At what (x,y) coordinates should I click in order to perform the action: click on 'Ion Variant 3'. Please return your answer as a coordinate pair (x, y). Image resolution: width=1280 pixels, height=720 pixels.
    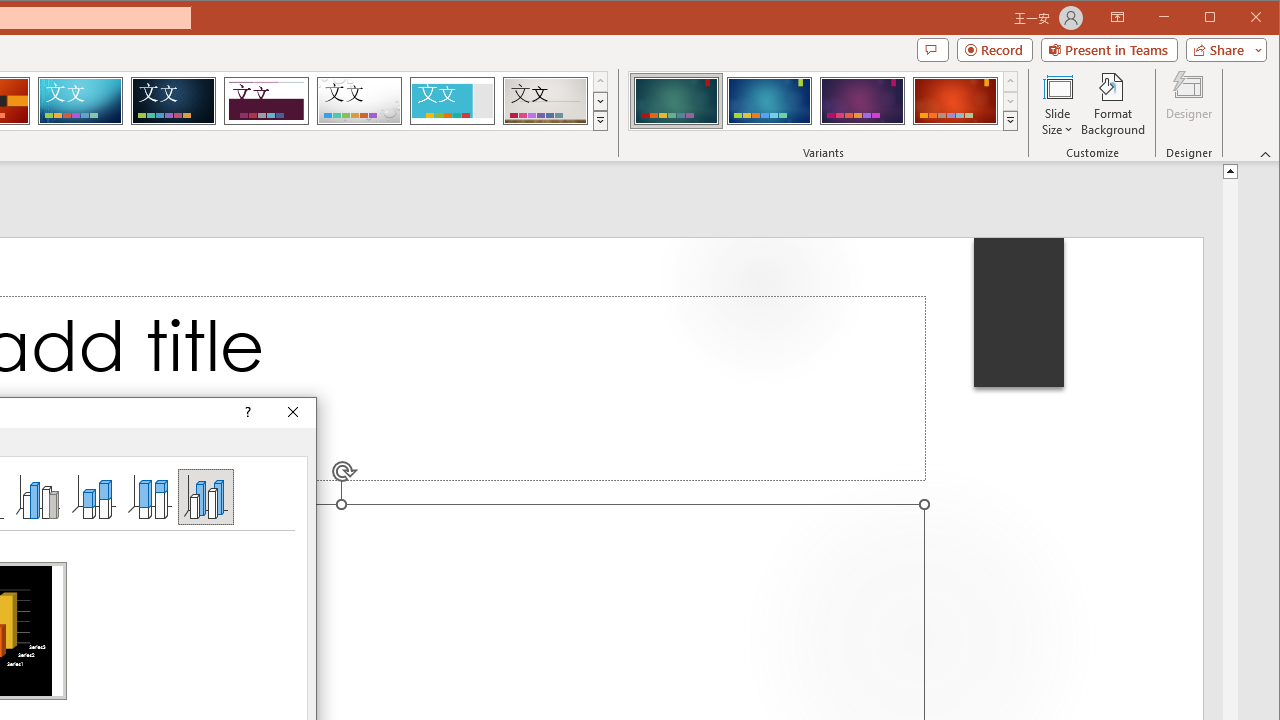
    Looking at the image, I should click on (862, 100).